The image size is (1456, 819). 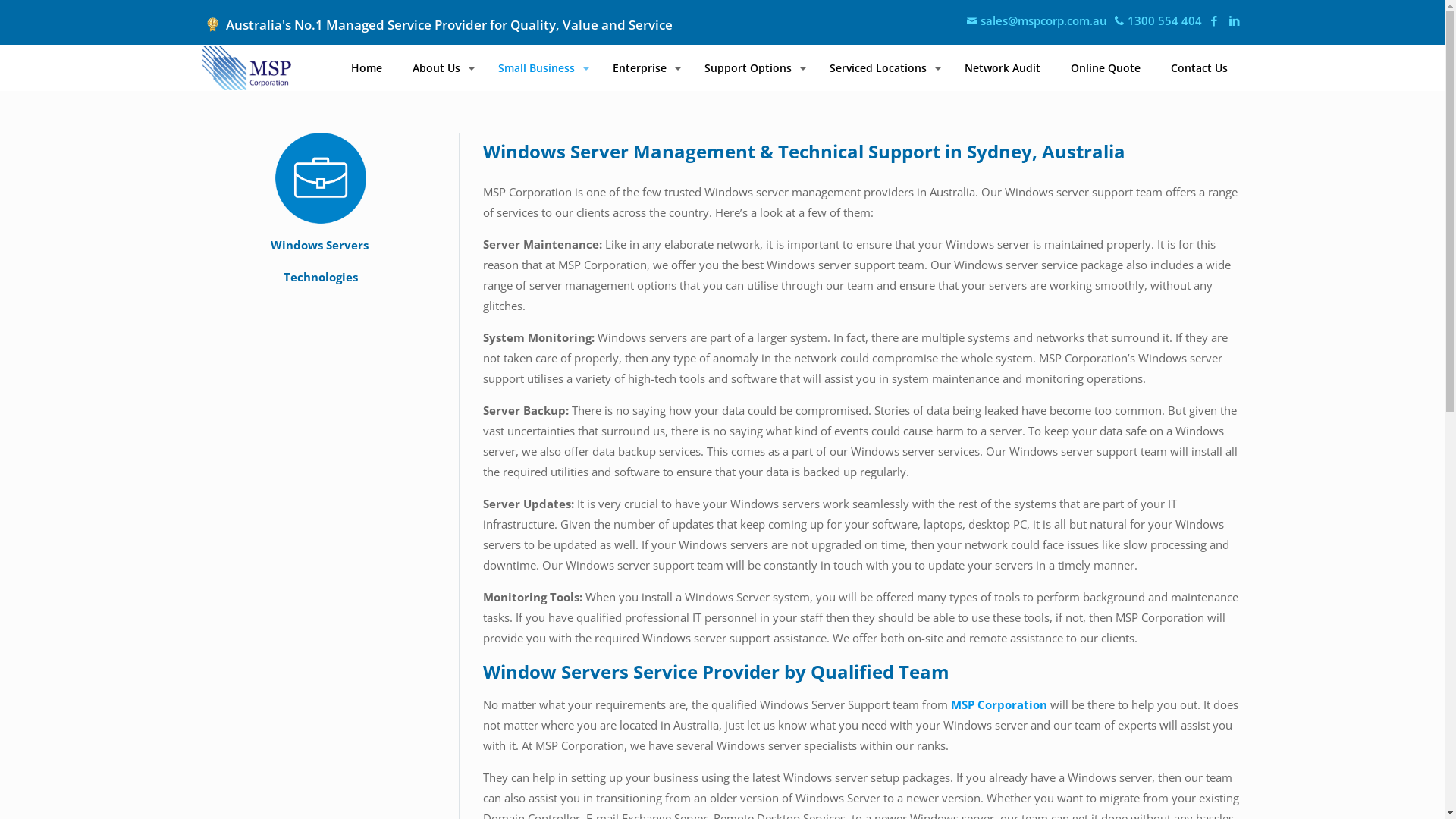 What do you see at coordinates (1156, 20) in the screenshot?
I see `'1300 554 404'` at bounding box center [1156, 20].